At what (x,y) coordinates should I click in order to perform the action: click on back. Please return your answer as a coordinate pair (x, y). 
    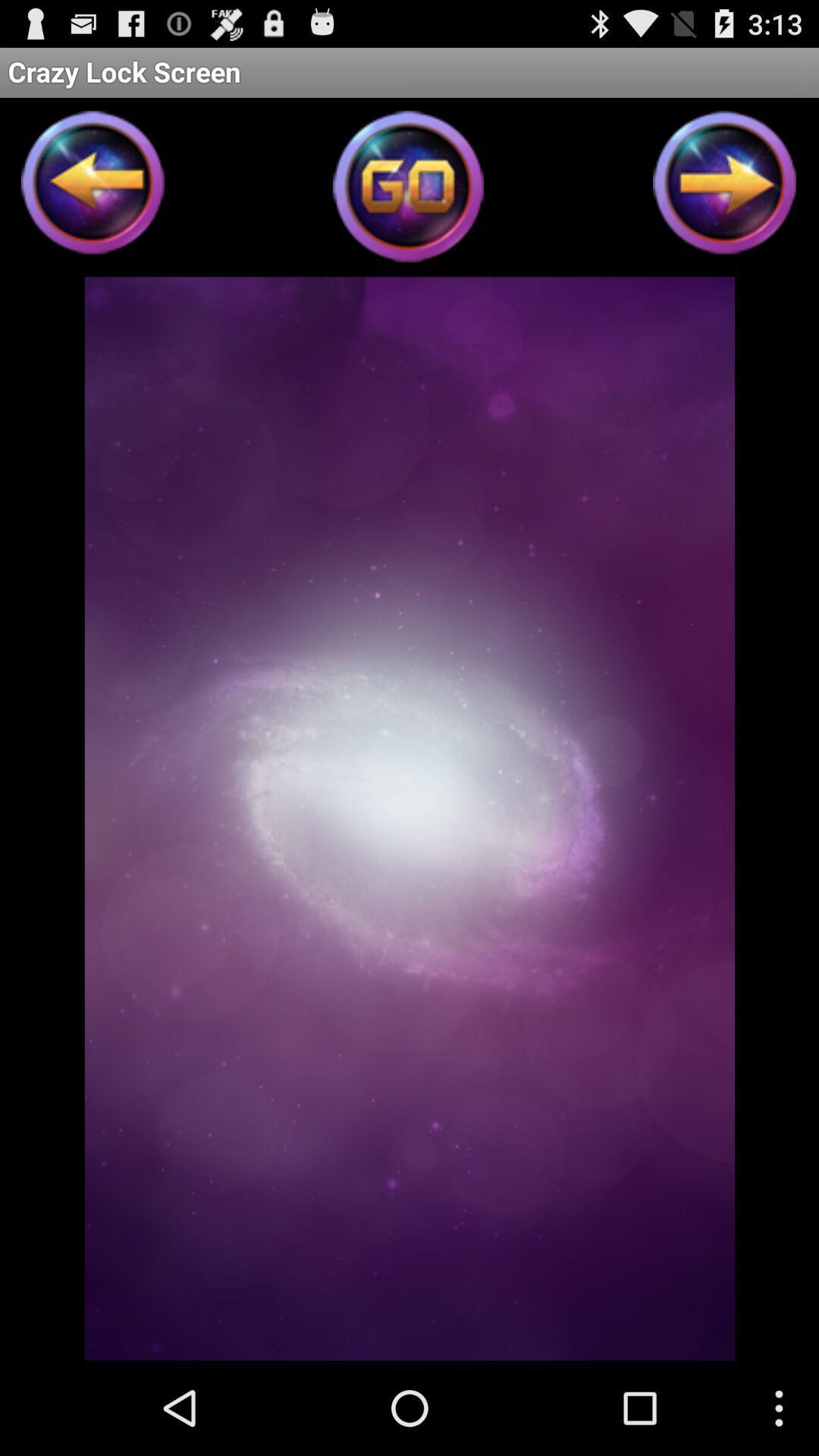
    Looking at the image, I should click on (93, 187).